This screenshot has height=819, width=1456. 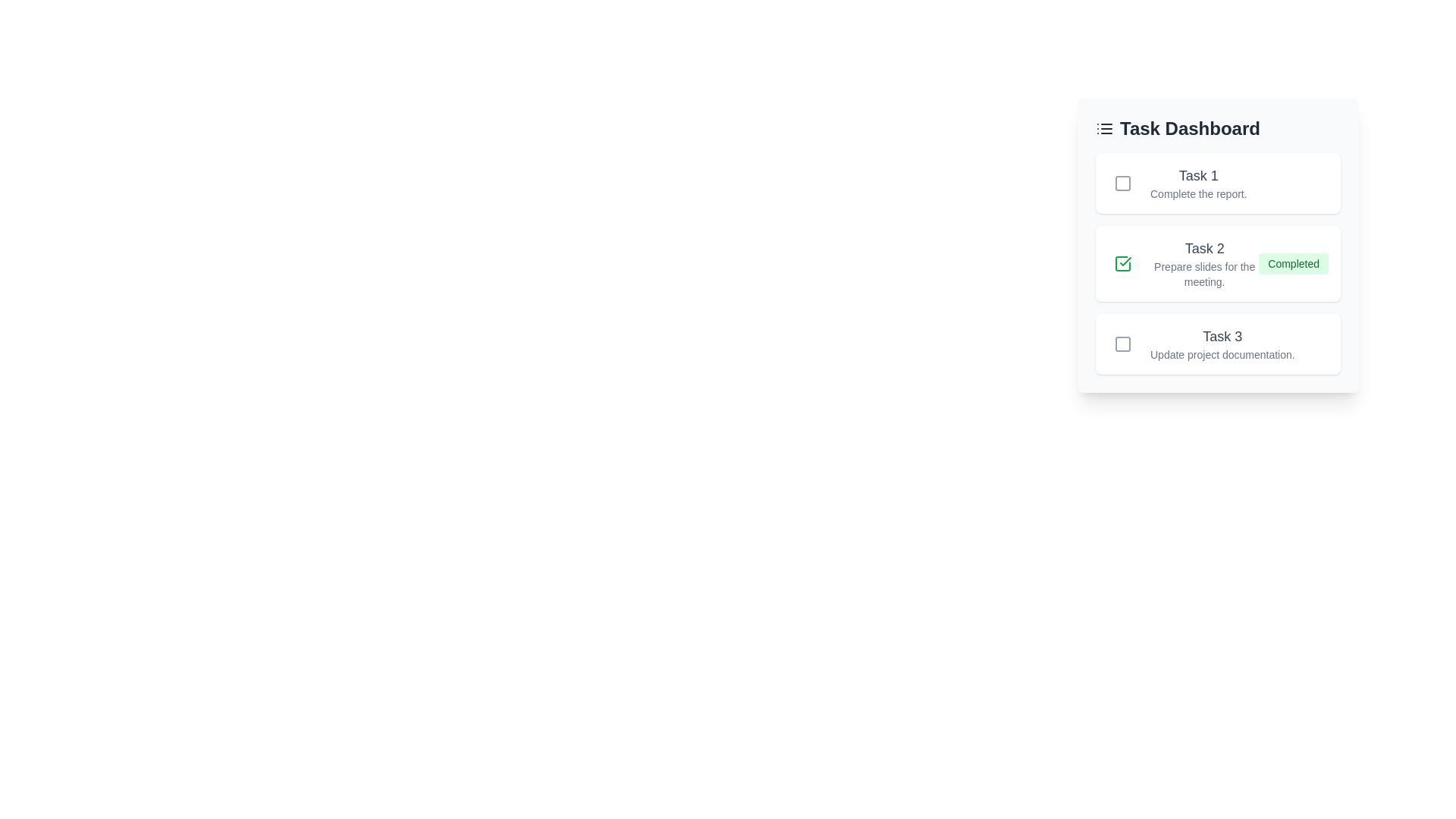 I want to click on the task list heading and its icon for examination, so click(x=1218, y=127).